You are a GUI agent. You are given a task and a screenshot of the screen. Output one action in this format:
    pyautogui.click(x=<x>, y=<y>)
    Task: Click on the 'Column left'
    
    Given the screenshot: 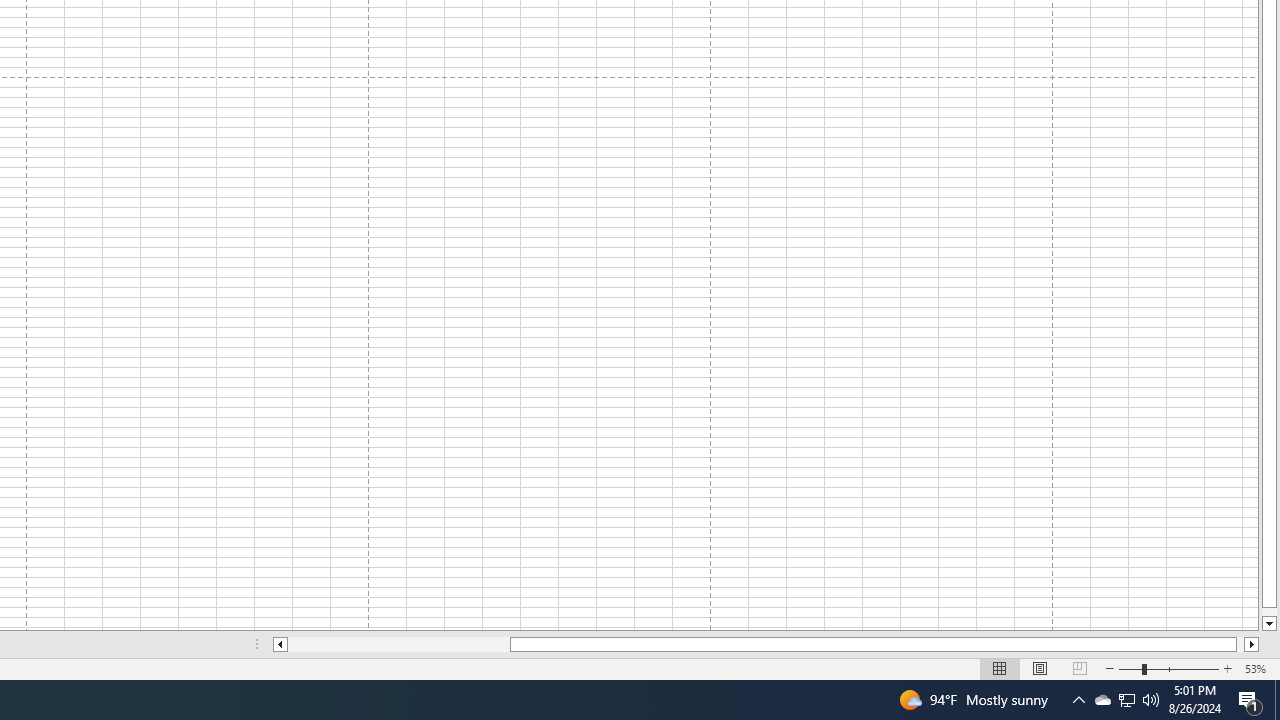 What is the action you would take?
    pyautogui.click(x=278, y=644)
    